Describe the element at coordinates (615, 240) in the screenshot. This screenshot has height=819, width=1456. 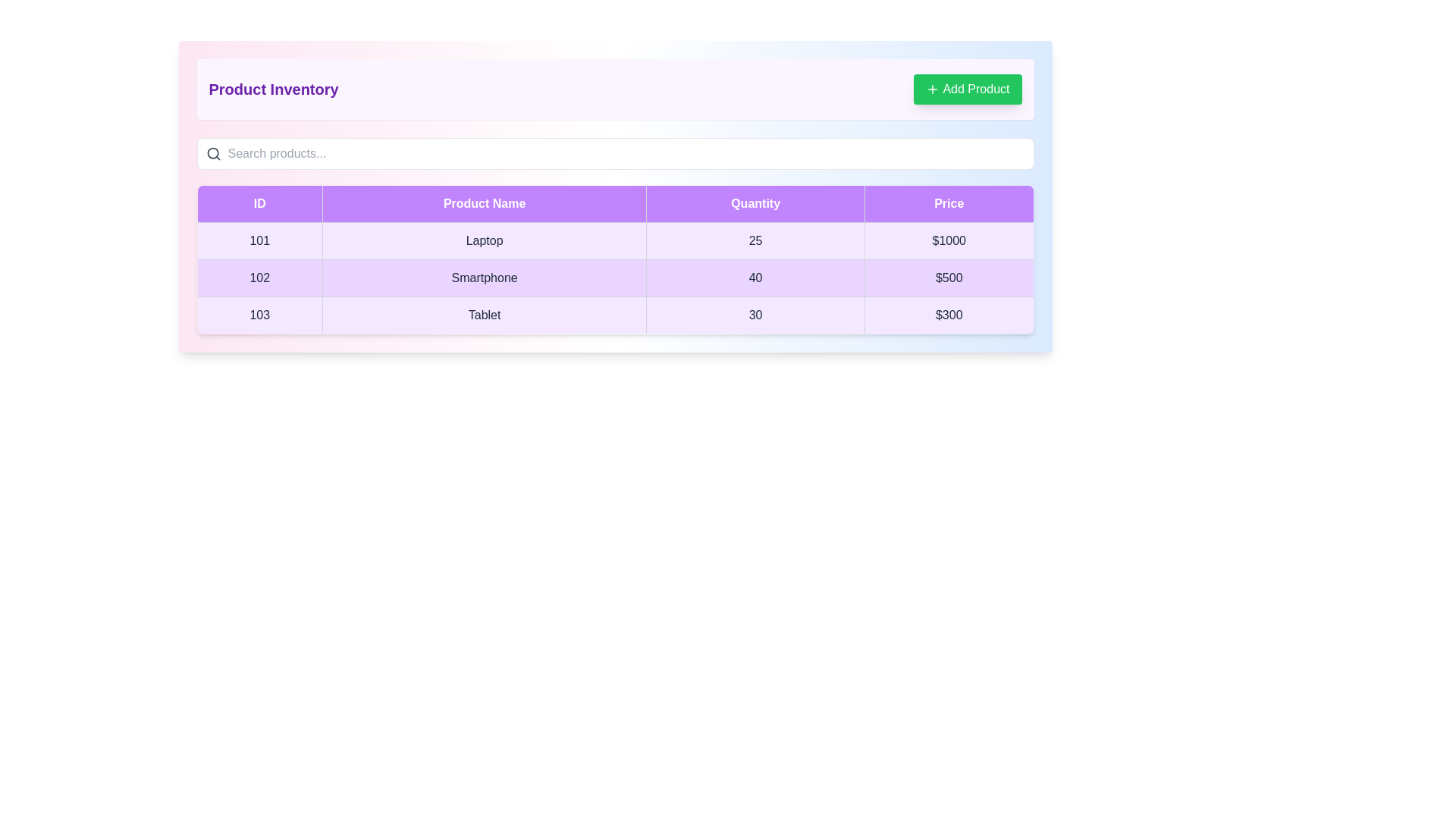
I see `the first row of the product inventory table that displays product details such as ID, name, quantity, and price` at that location.